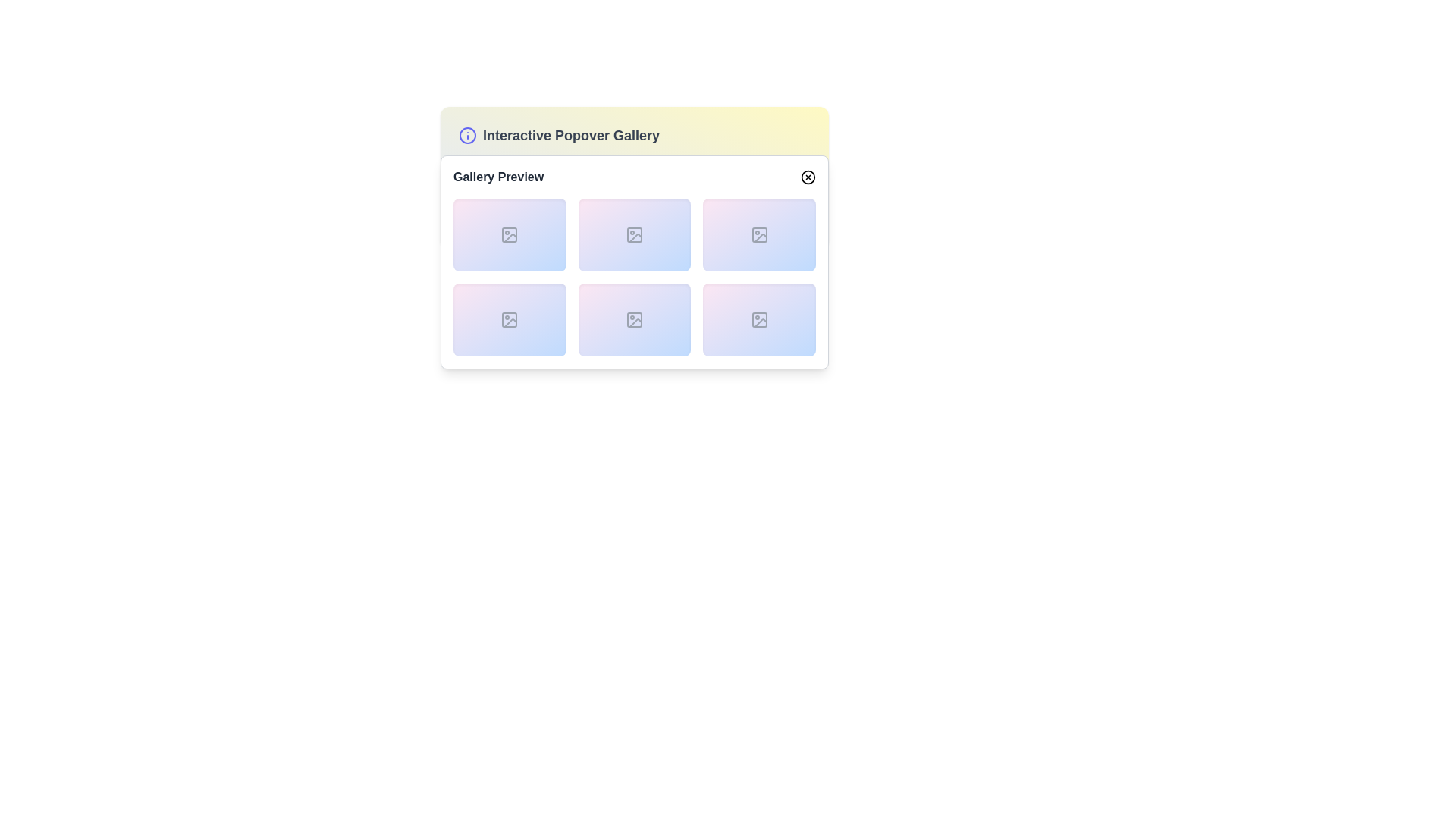 Image resolution: width=1456 pixels, height=819 pixels. What do you see at coordinates (570, 134) in the screenshot?
I see `the text label 'Interactive Popover Gallery', which serves as a prominent heading in the gallery interface` at bounding box center [570, 134].